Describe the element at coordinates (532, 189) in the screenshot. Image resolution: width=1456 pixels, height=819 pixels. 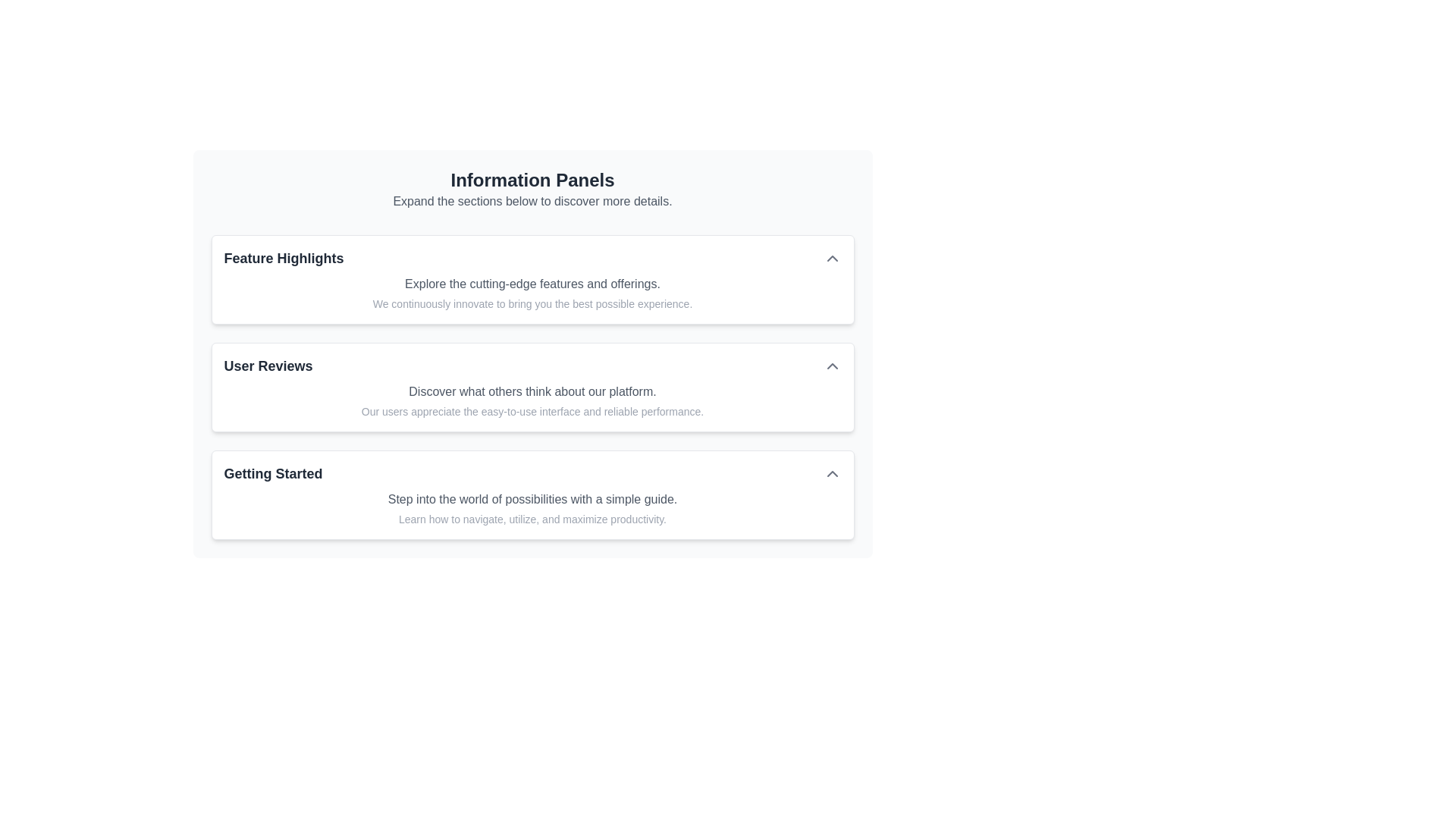
I see `text from the Text Block labeled 'Information Panels', which contains the header 'Information Panels' and the description 'Expand the sections below to discover more details.'` at that location.